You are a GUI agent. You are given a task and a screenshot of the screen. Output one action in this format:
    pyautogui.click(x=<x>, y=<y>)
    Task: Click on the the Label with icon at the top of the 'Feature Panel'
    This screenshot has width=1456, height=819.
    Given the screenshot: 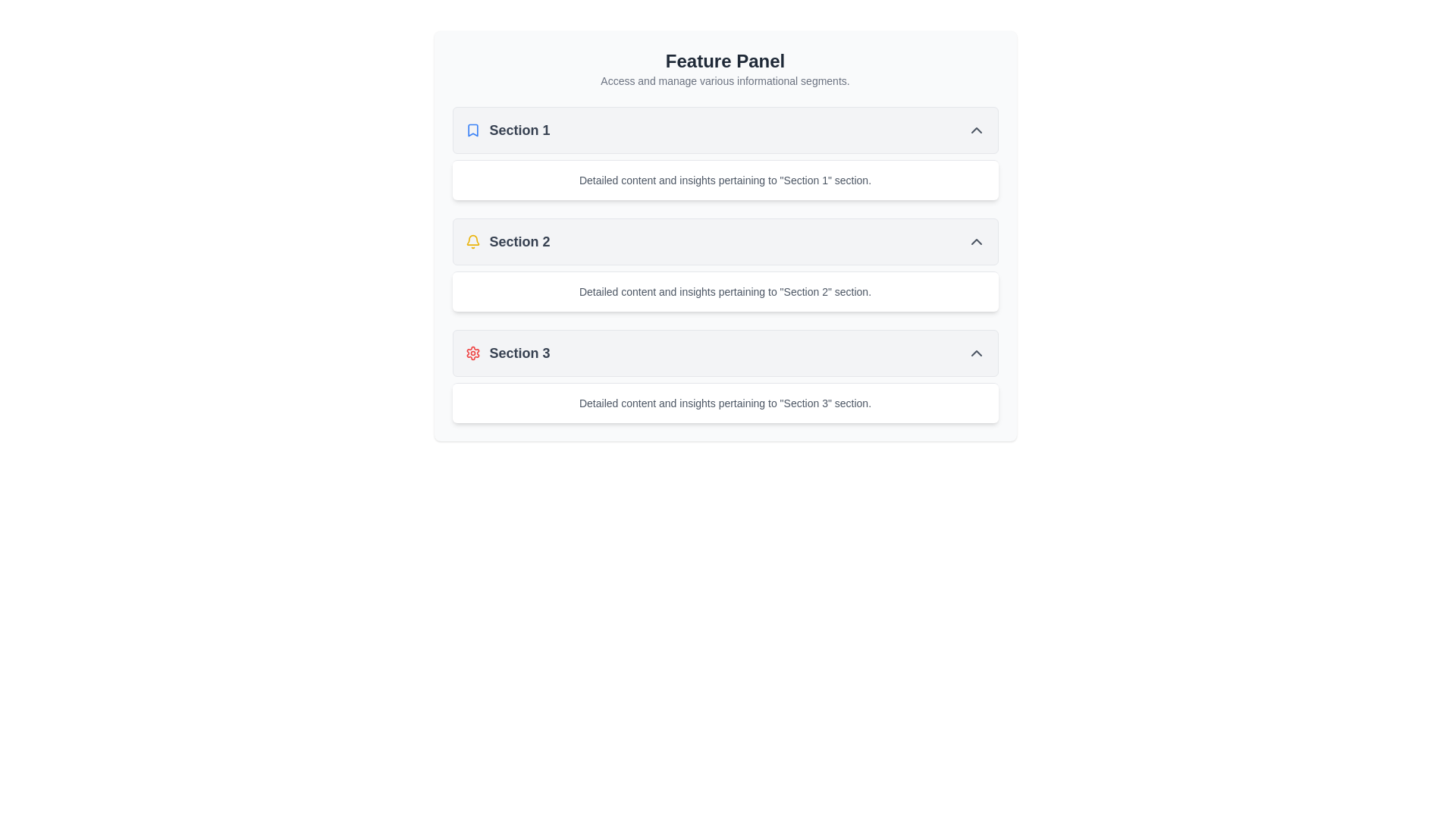 What is the action you would take?
    pyautogui.click(x=507, y=130)
    